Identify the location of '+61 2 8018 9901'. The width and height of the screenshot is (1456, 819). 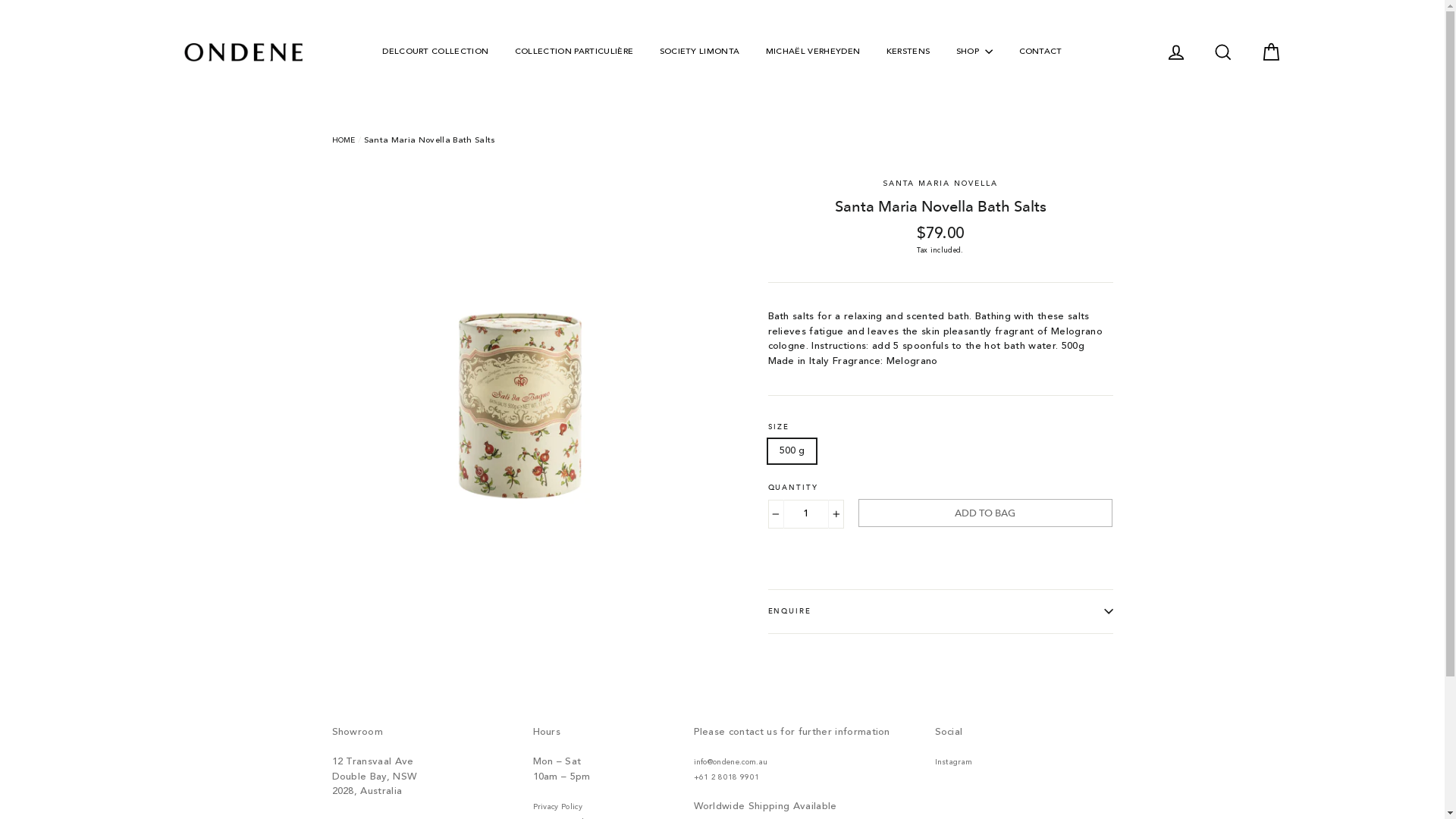
(725, 777).